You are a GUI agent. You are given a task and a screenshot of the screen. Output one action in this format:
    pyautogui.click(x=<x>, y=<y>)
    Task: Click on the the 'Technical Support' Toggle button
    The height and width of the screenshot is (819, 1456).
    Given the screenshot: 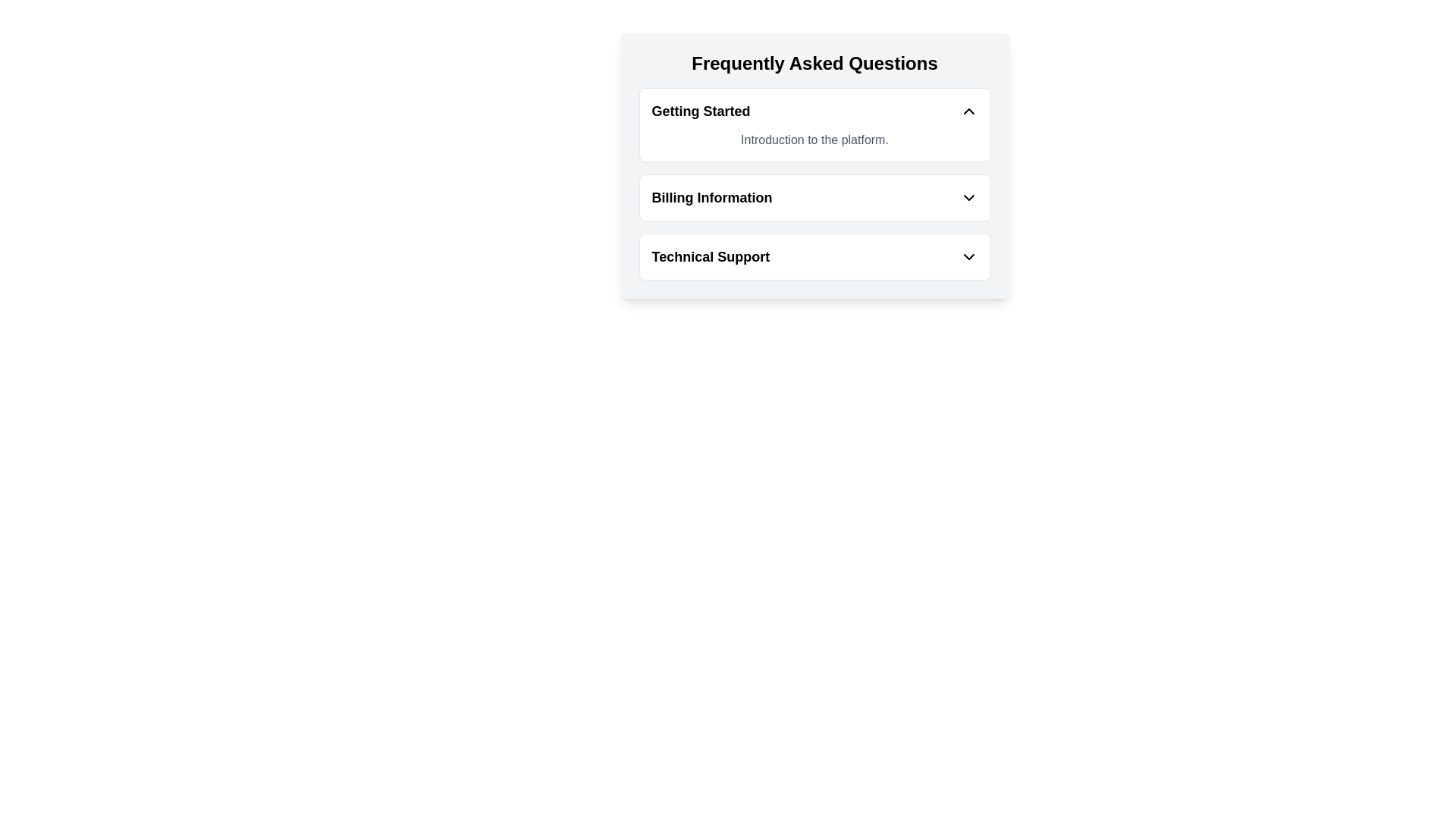 What is the action you would take?
    pyautogui.click(x=814, y=256)
    